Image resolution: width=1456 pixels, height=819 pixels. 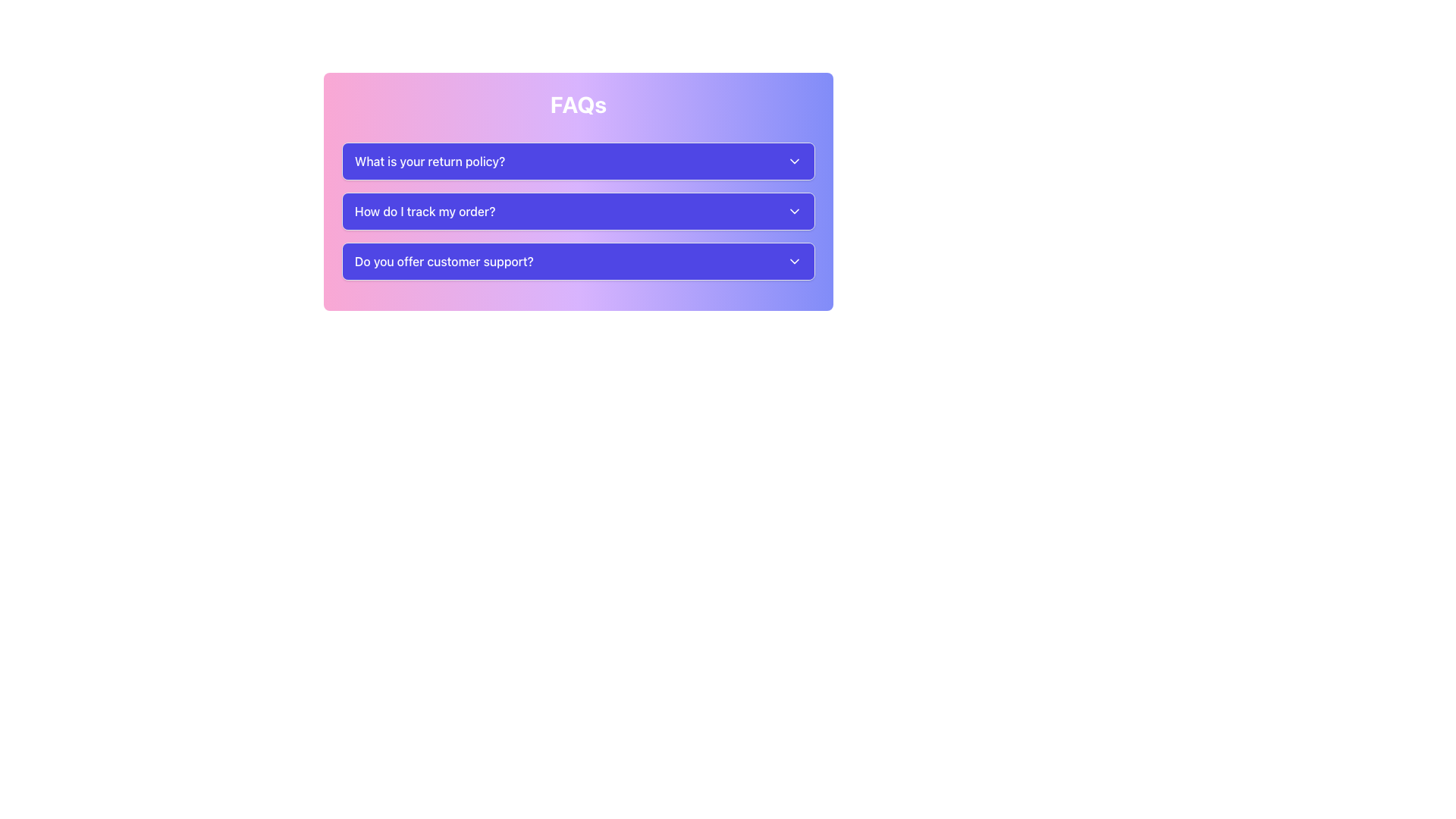 I want to click on the third FAQ item in the accordion-style interface, so click(x=578, y=260).